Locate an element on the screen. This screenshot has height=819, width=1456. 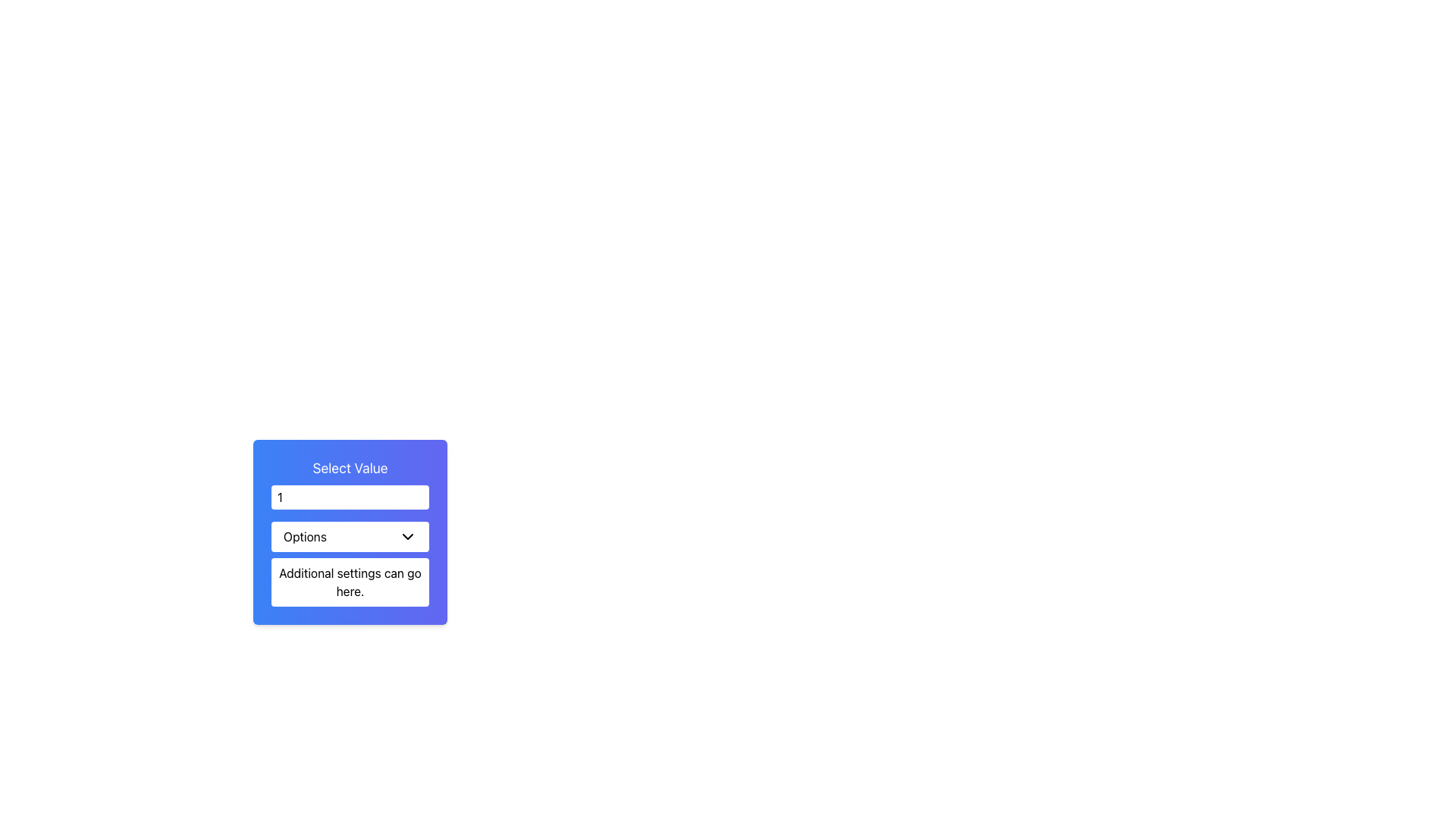
the Informational Text Box that provides additional settings or options to the user, located below the 'Options' dropdown is located at coordinates (349, 581).